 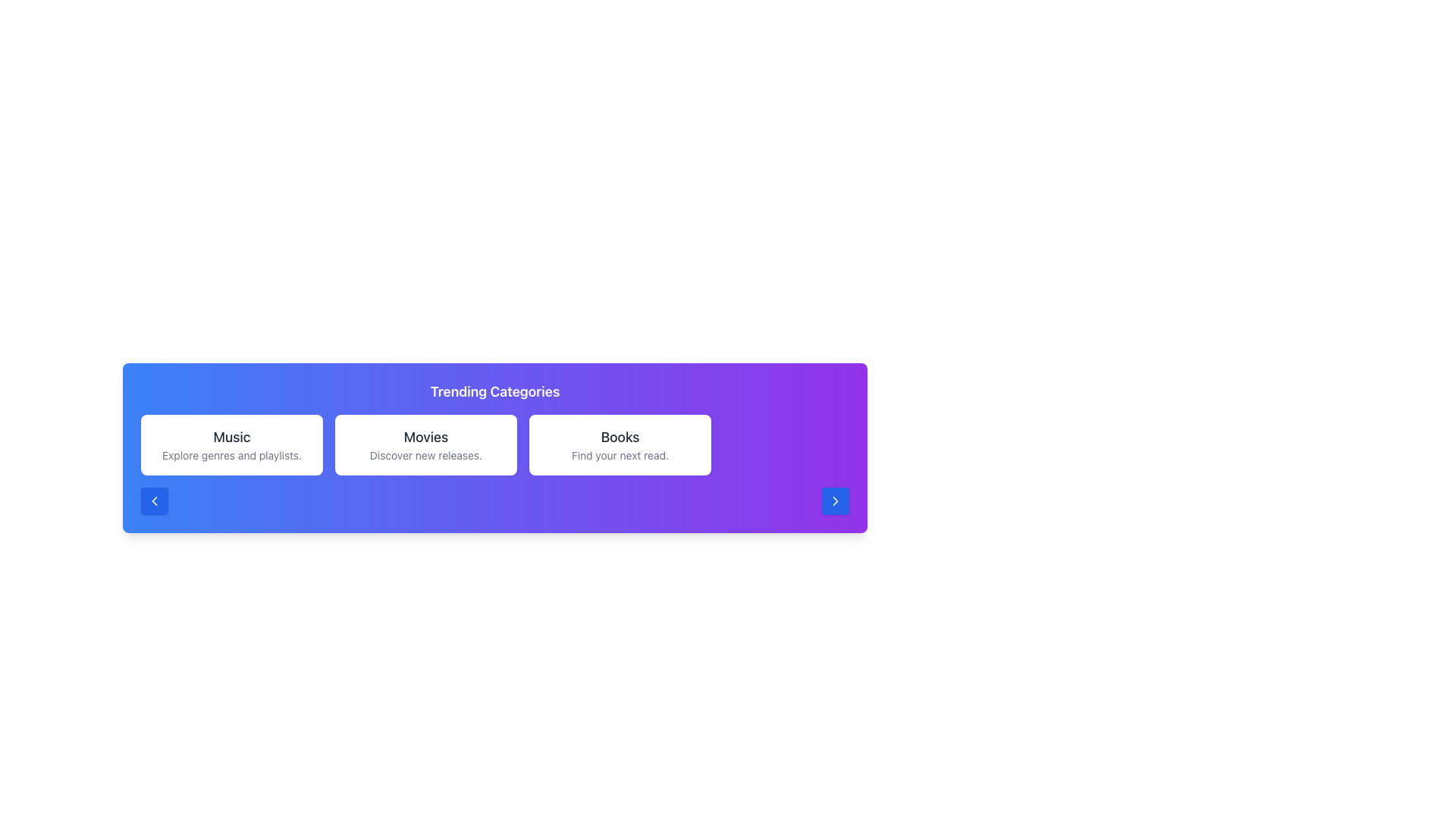 I want to click on the left chevron icon button, which is a blue square with rounded edges and a white chevron arrow, located at the bottom-left corner of the gradient box, so click(x=154, y=500).